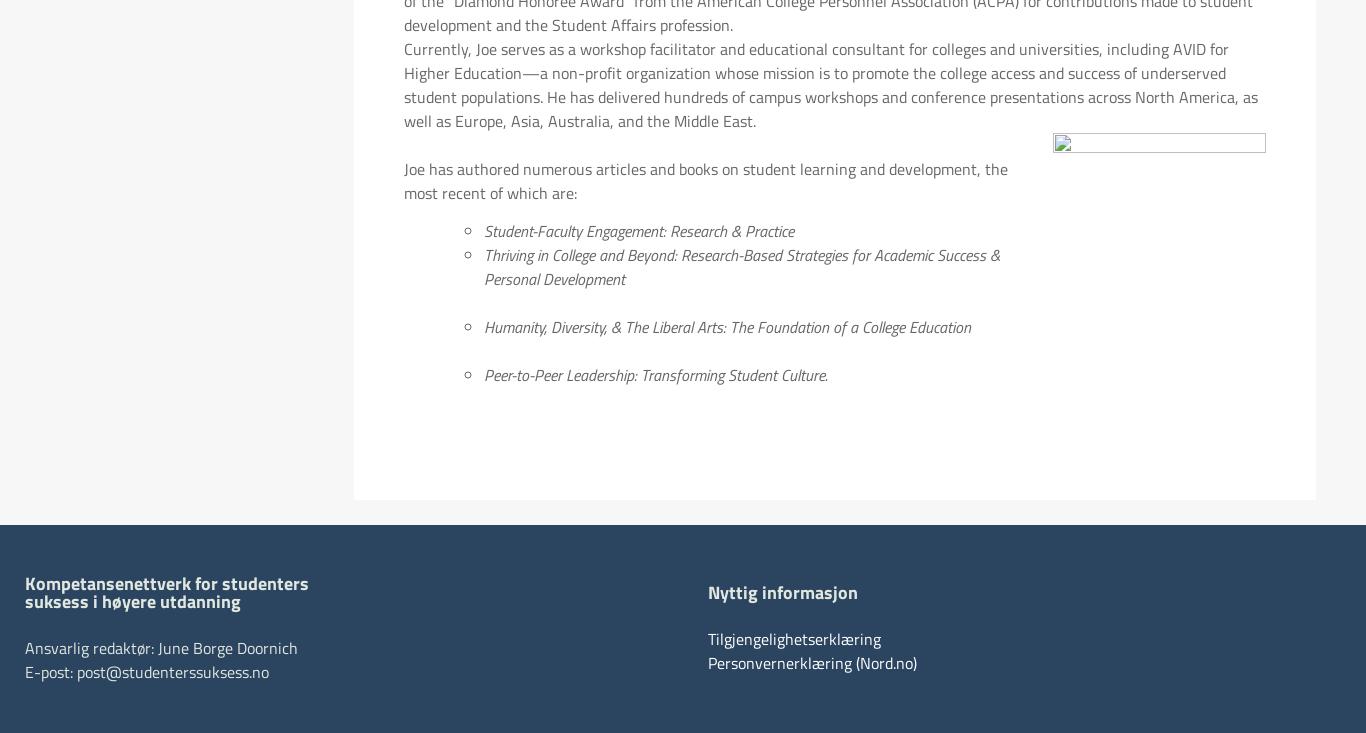 Image resolution: width=1366 pixels, height=733 pixels. I want to click on 'Peer-to-Peer Leadership: Transforming Student Culture.', so click(654, 375).